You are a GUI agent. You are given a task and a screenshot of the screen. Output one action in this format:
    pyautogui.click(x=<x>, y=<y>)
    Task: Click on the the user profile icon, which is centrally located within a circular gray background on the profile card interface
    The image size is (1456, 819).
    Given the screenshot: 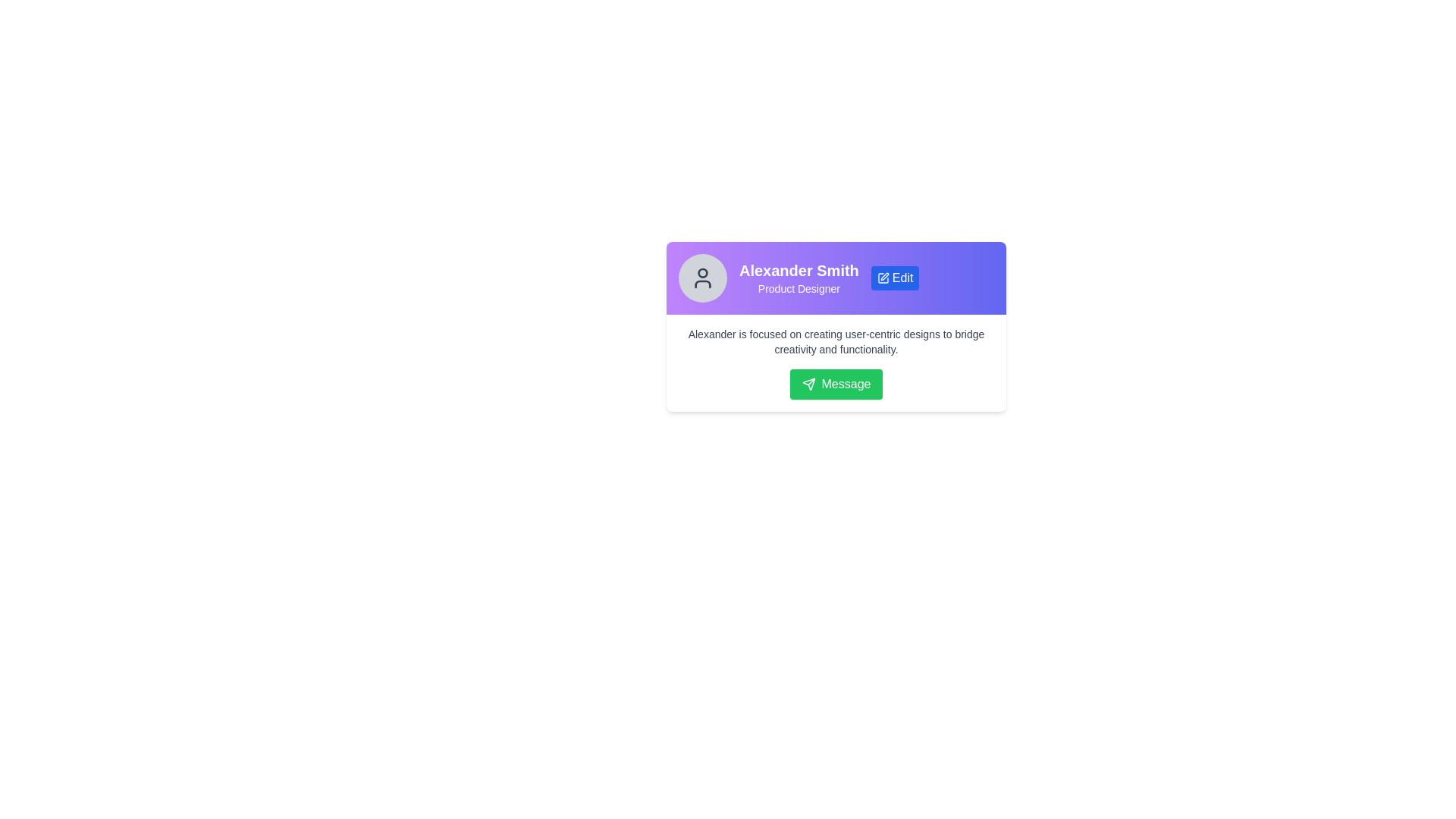 What is the action you would take?
    pyautogui.click(x=701, y=278)
    